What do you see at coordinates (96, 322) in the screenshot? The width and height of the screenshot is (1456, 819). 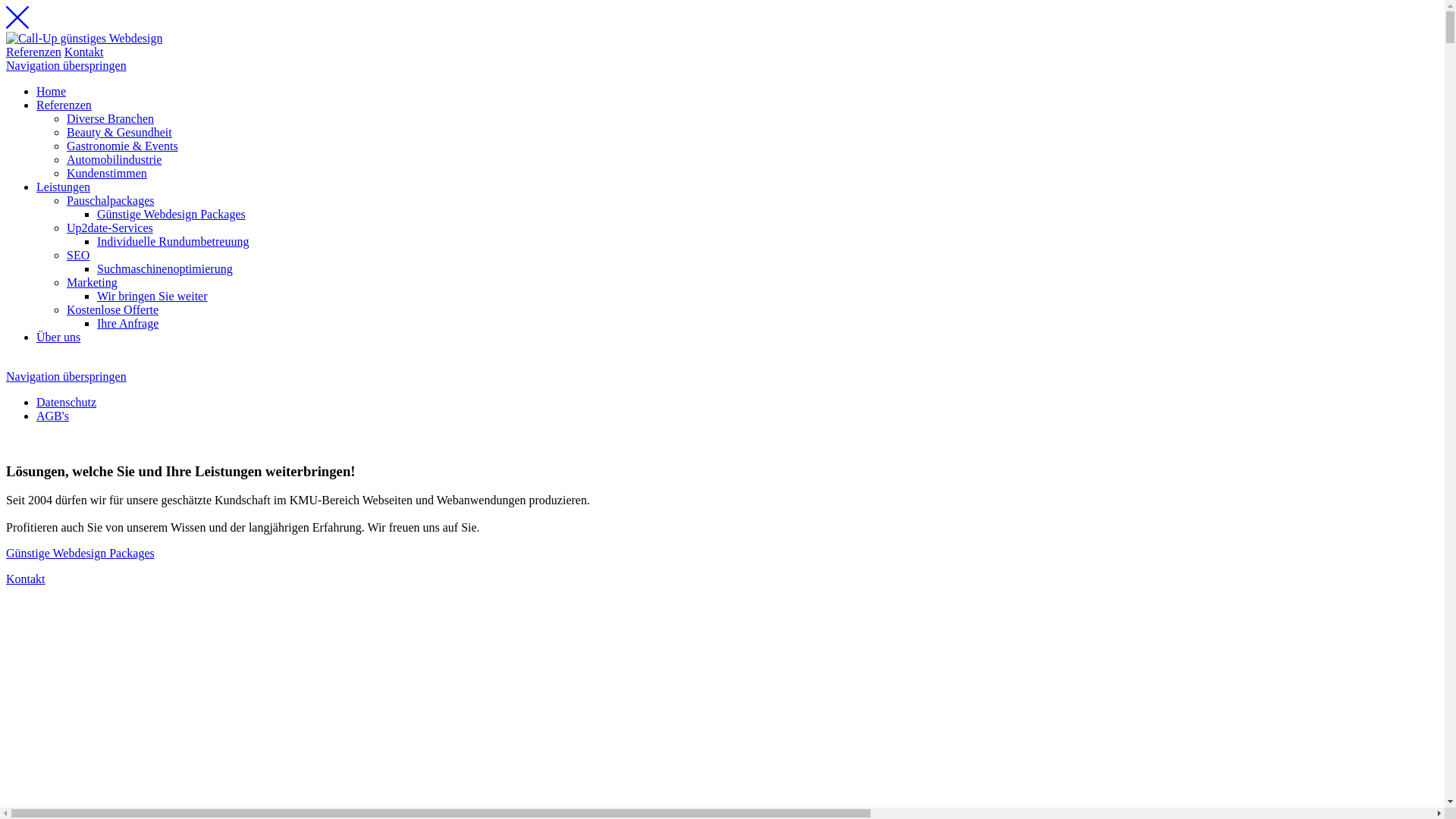 I see `'Ihre Anfrage'` at bounding box center [96, 322].